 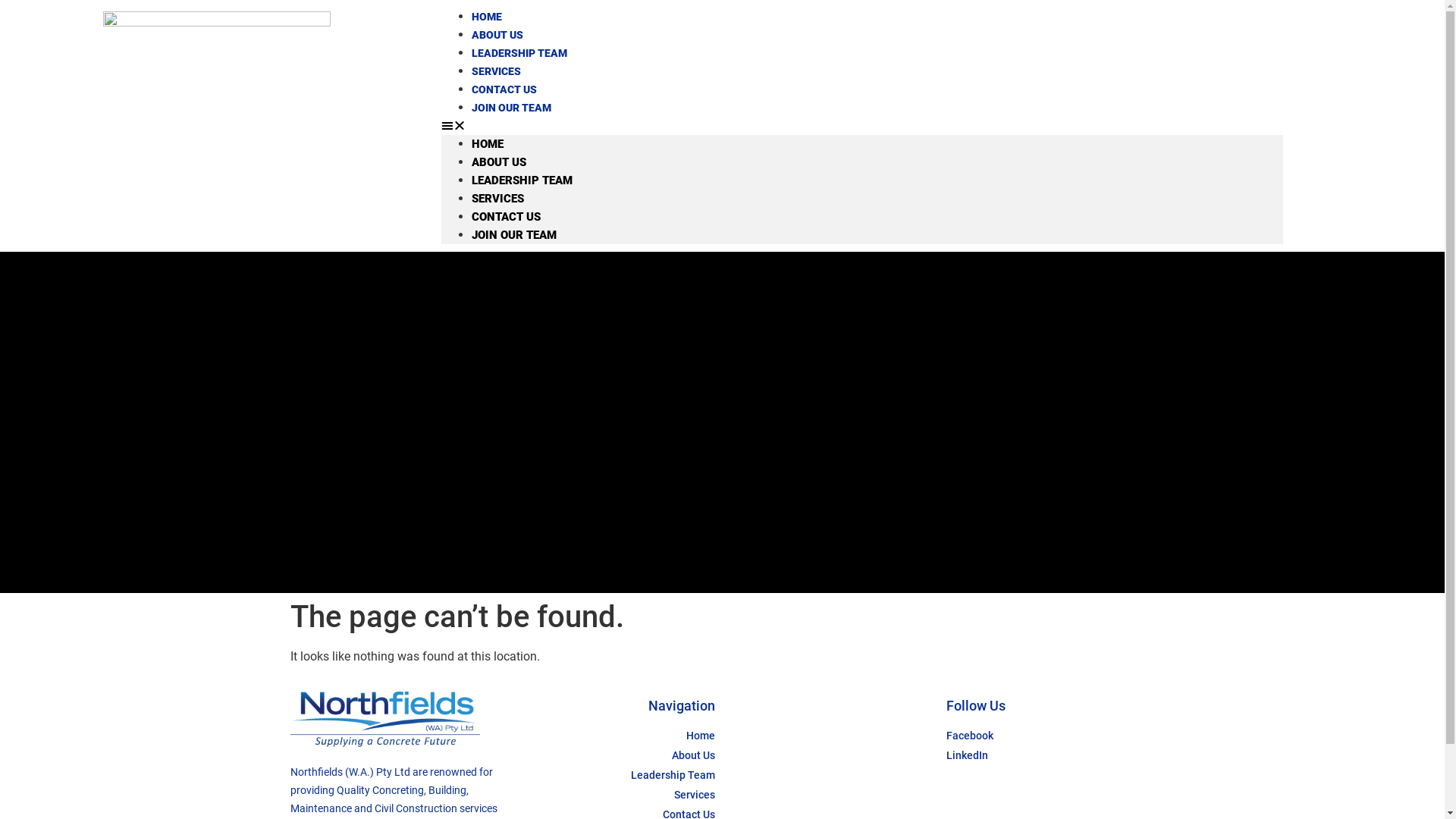 I want to click on 'Home', so click(x=614, y=735).